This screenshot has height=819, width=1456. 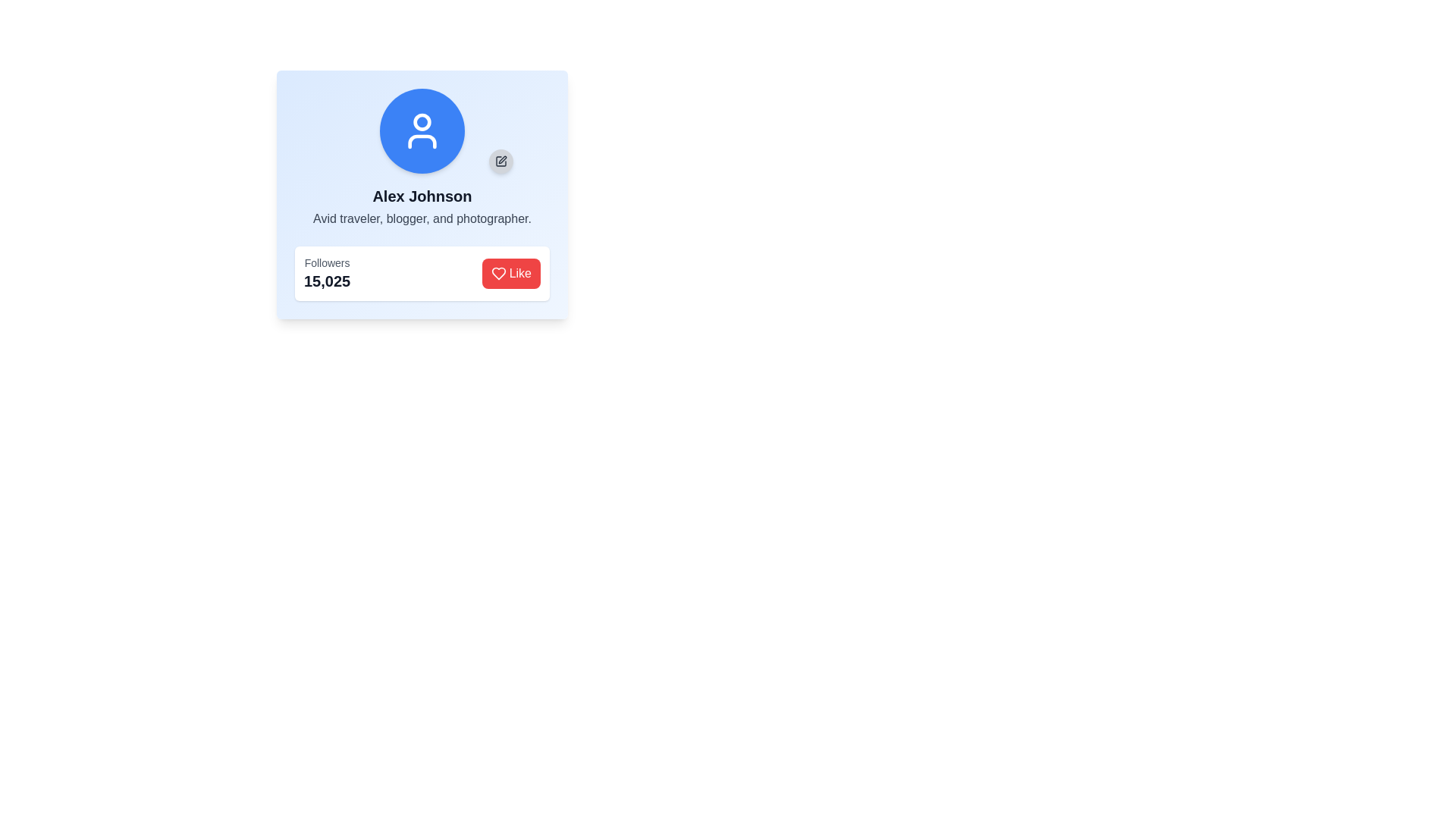 I want to click on the text element displaying the number of followers associated with the user in the card layout, located under the 'Followers' label and to the left of the 'Like' button, so click(x=326, y=281).